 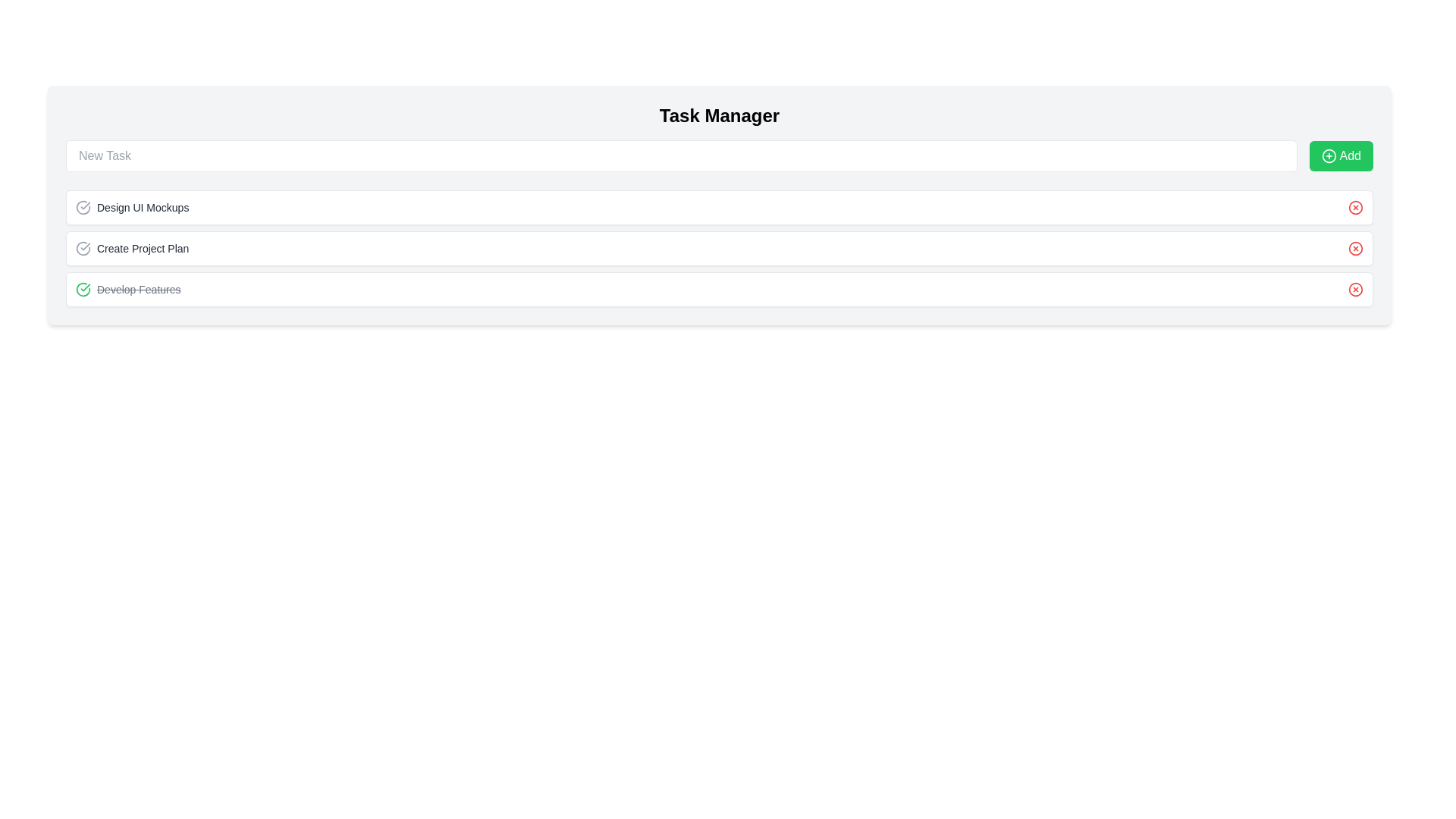 What do you see at coordinates (132, 247) in the screenshot?
I see `the 'Create Project Plan' task entry with a check mark icon` at bounding box center [132, 247].